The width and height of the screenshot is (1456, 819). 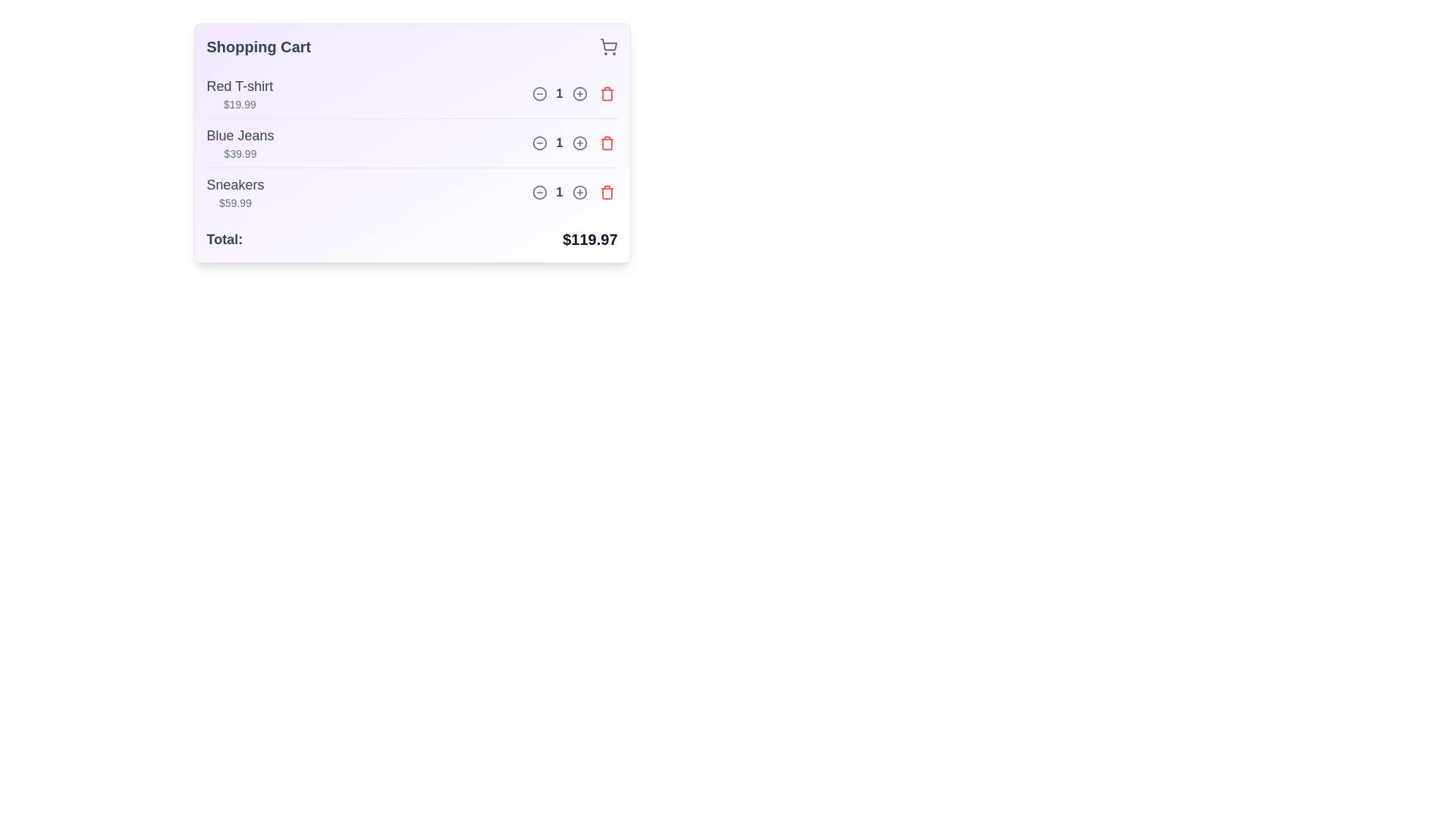 What do you see at coordinates (579, 143) in the screenshot?
I see `the circular '+' icon button located to the right of the '1' counter for the 'Blue Jeans' item in the shopping cart list to increment the item count` at bounding box center [579, 143].